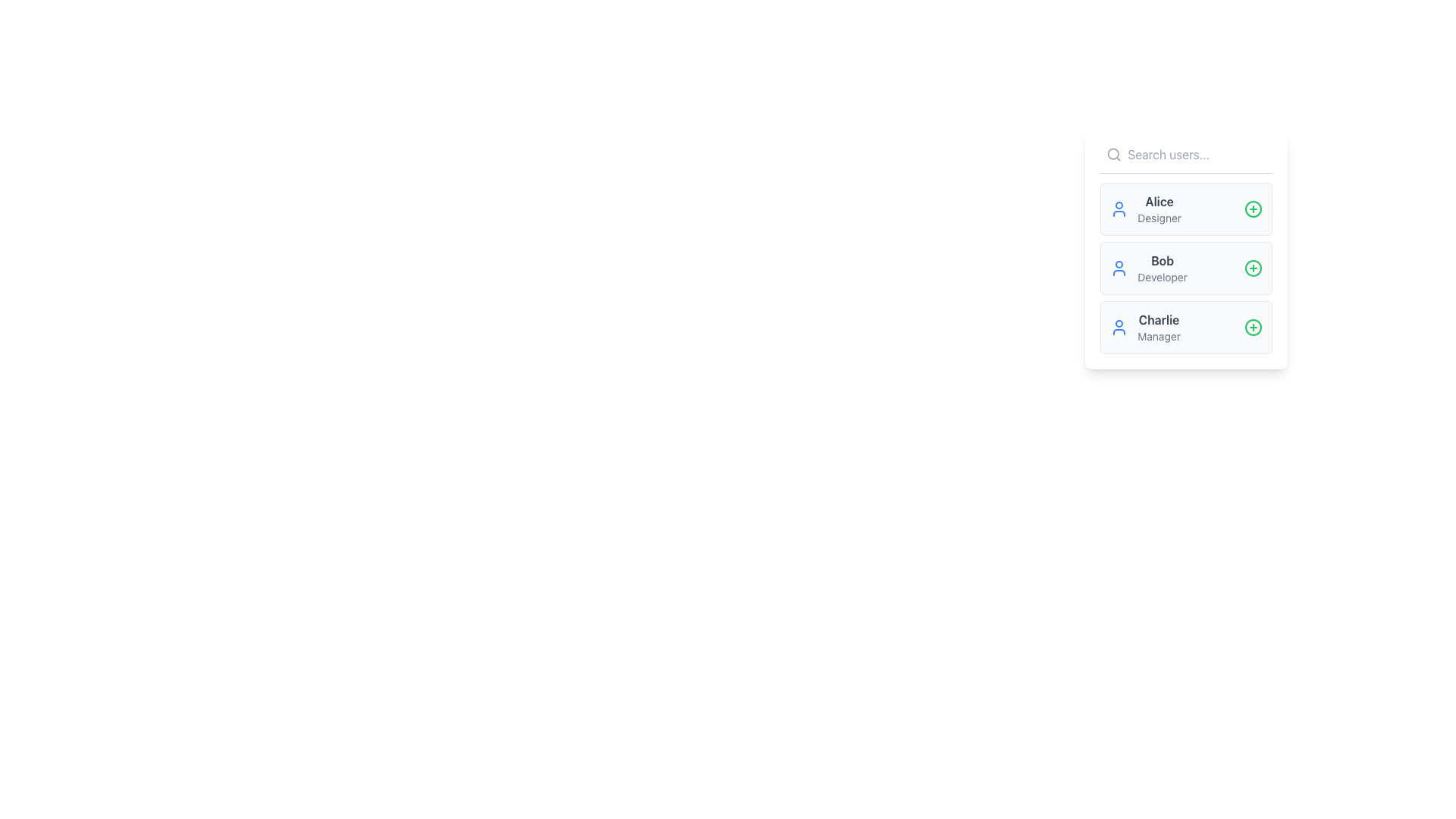 The height and width of the screenshot is (819, 1456). I want to click on the text label displaying the user's role 'Designer' located below the name 'Alice' in the user card, so click(1159, 218).